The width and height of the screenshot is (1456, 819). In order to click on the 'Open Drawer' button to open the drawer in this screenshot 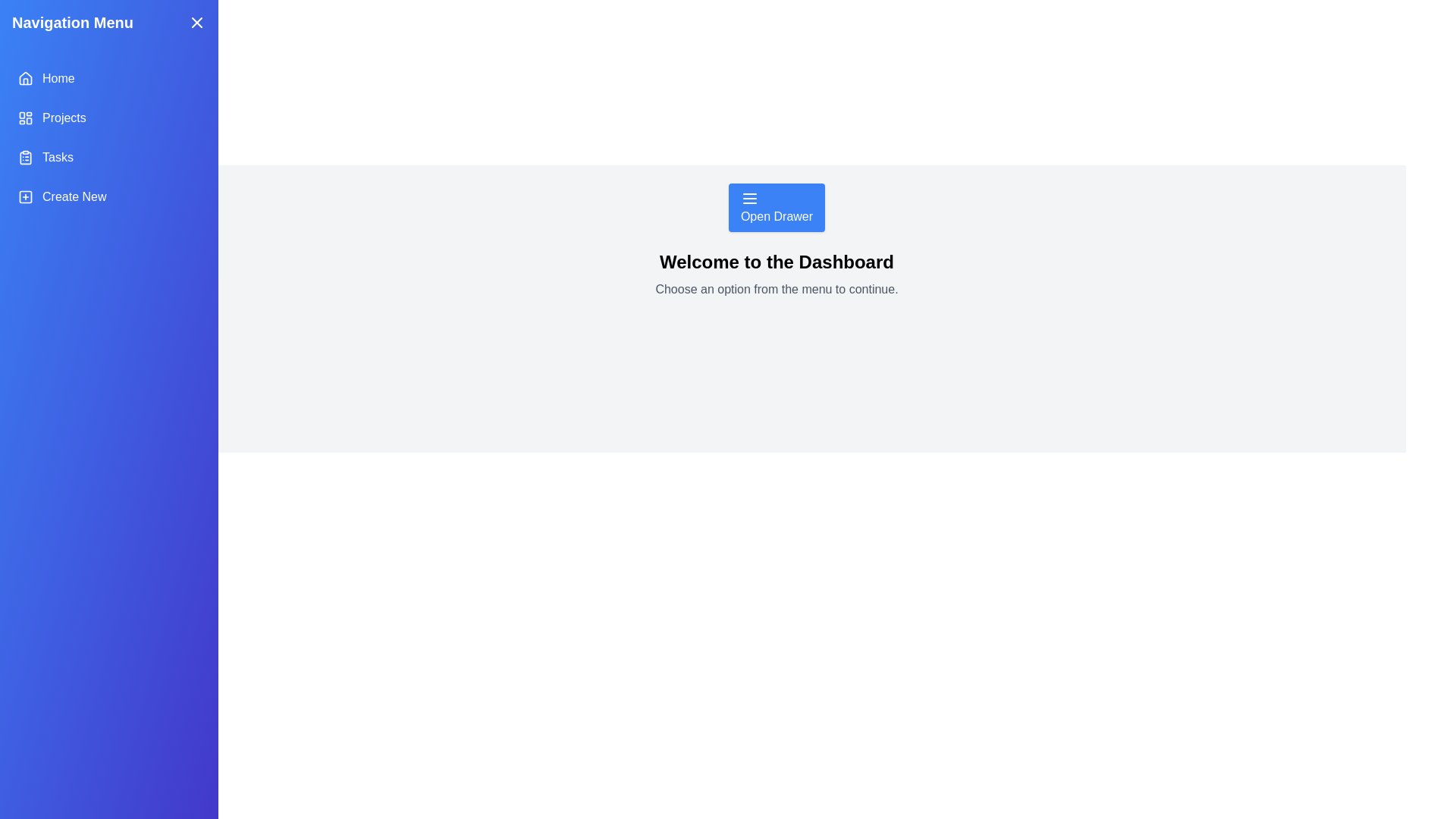, I will do `click(777, 207)`.